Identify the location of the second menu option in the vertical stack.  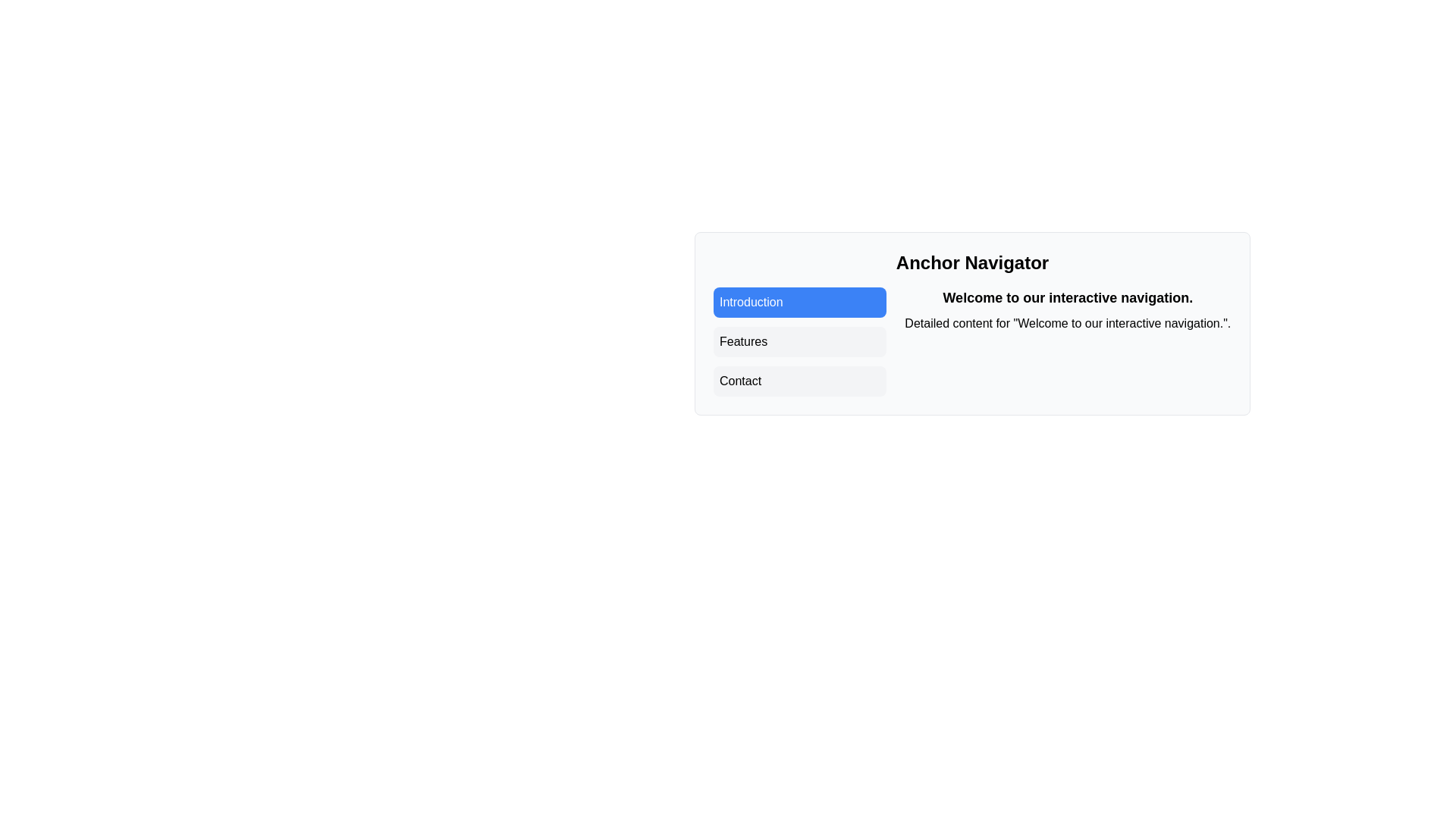
(799, 342).